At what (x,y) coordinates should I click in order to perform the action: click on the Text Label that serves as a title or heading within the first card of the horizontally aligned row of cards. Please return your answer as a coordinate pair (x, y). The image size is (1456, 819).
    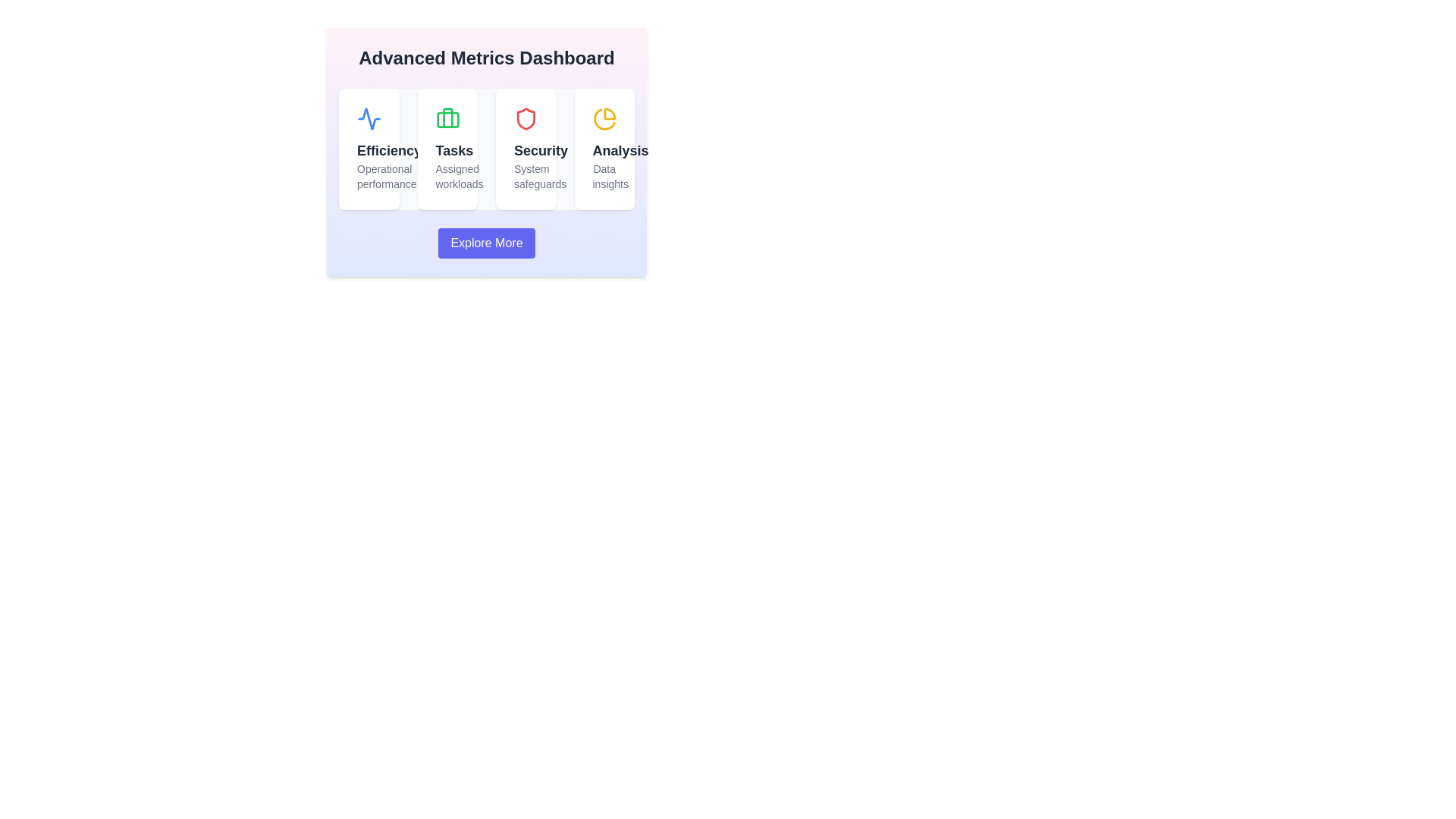
    Looking at the image, I should click on (369, 151).